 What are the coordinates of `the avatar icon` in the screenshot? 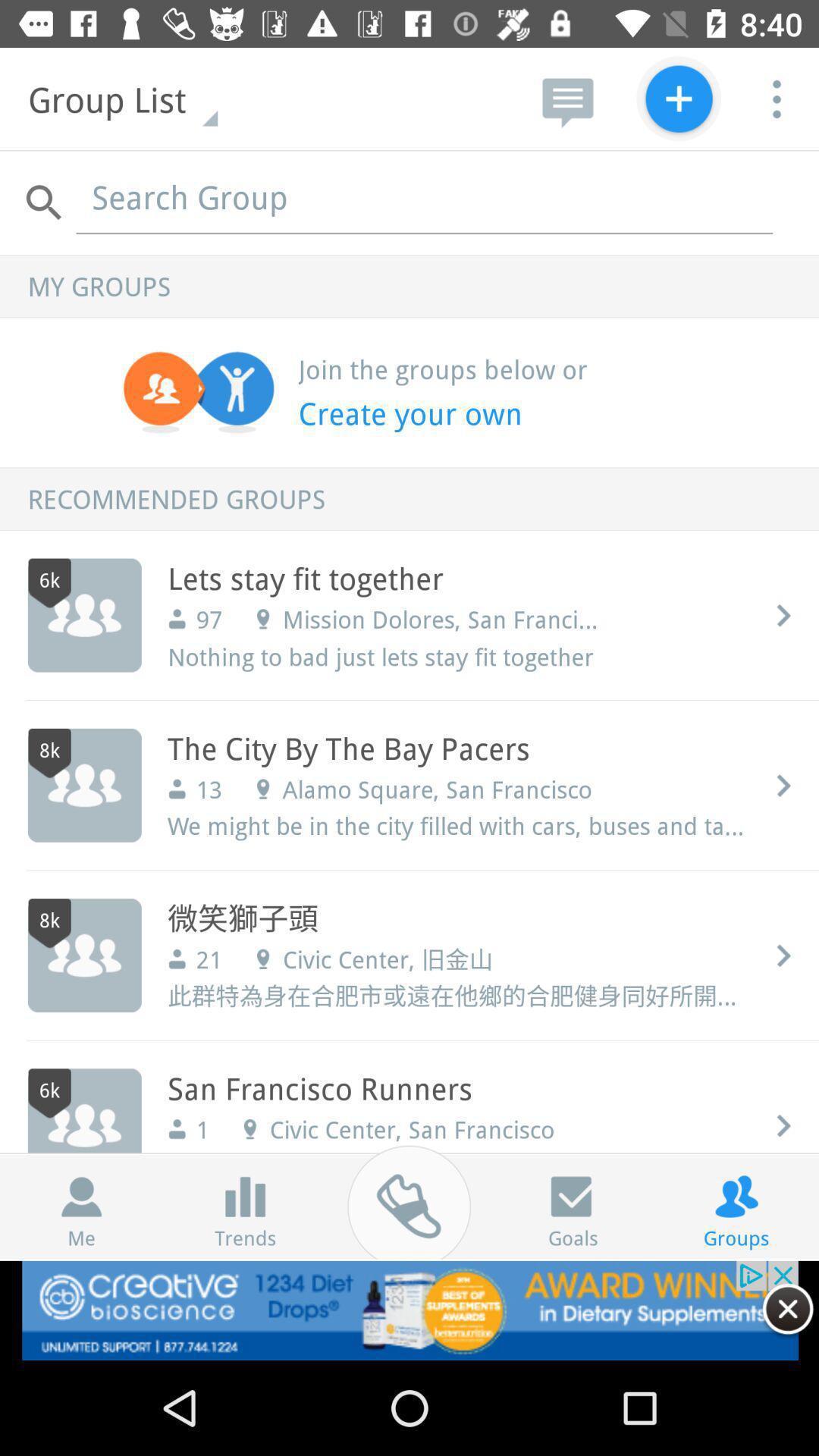 It's located at (81, 1196).